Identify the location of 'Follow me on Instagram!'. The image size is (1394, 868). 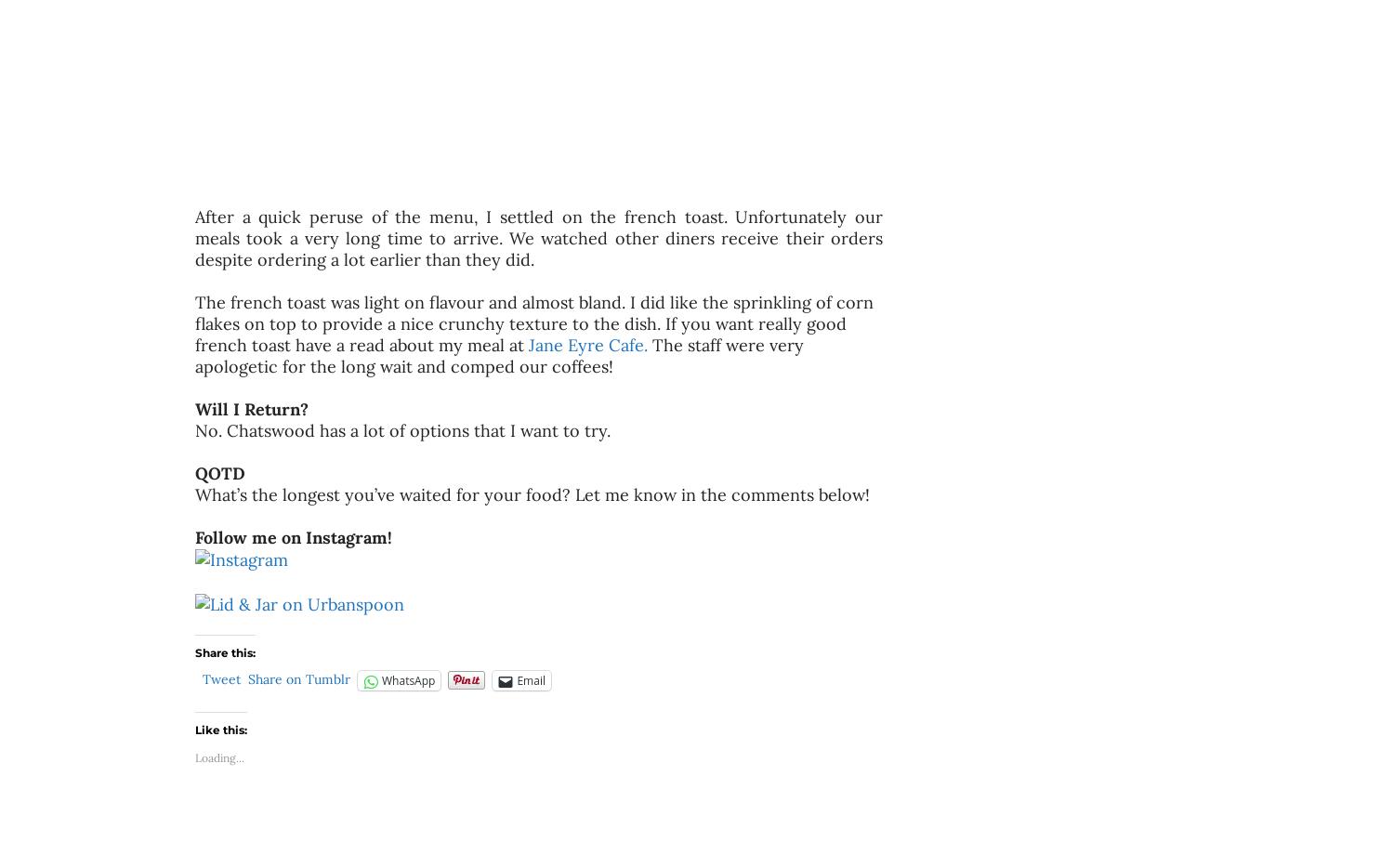
(194, 536).